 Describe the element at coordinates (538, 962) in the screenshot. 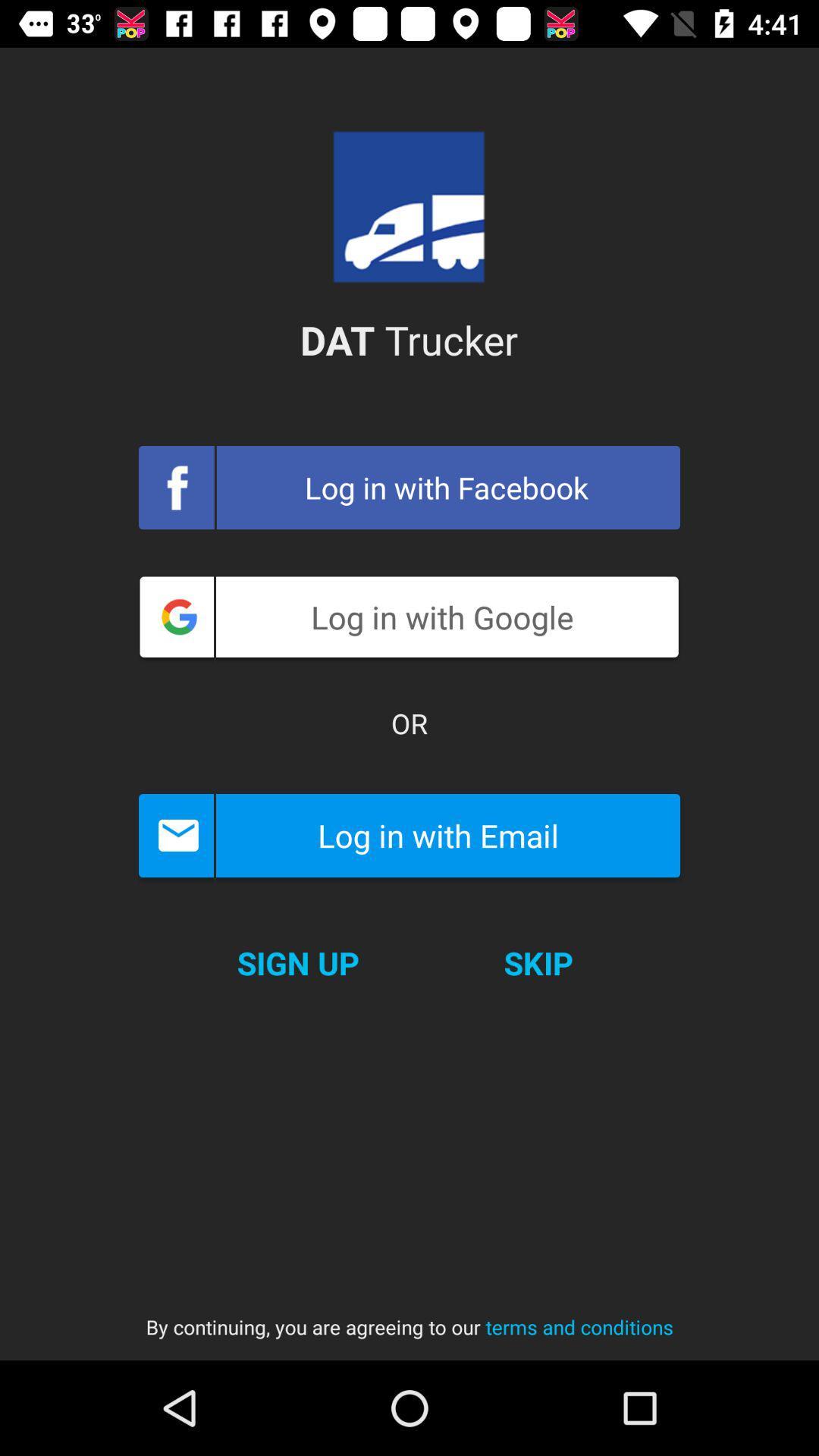

I see `the icon above by continuing you` at that location.